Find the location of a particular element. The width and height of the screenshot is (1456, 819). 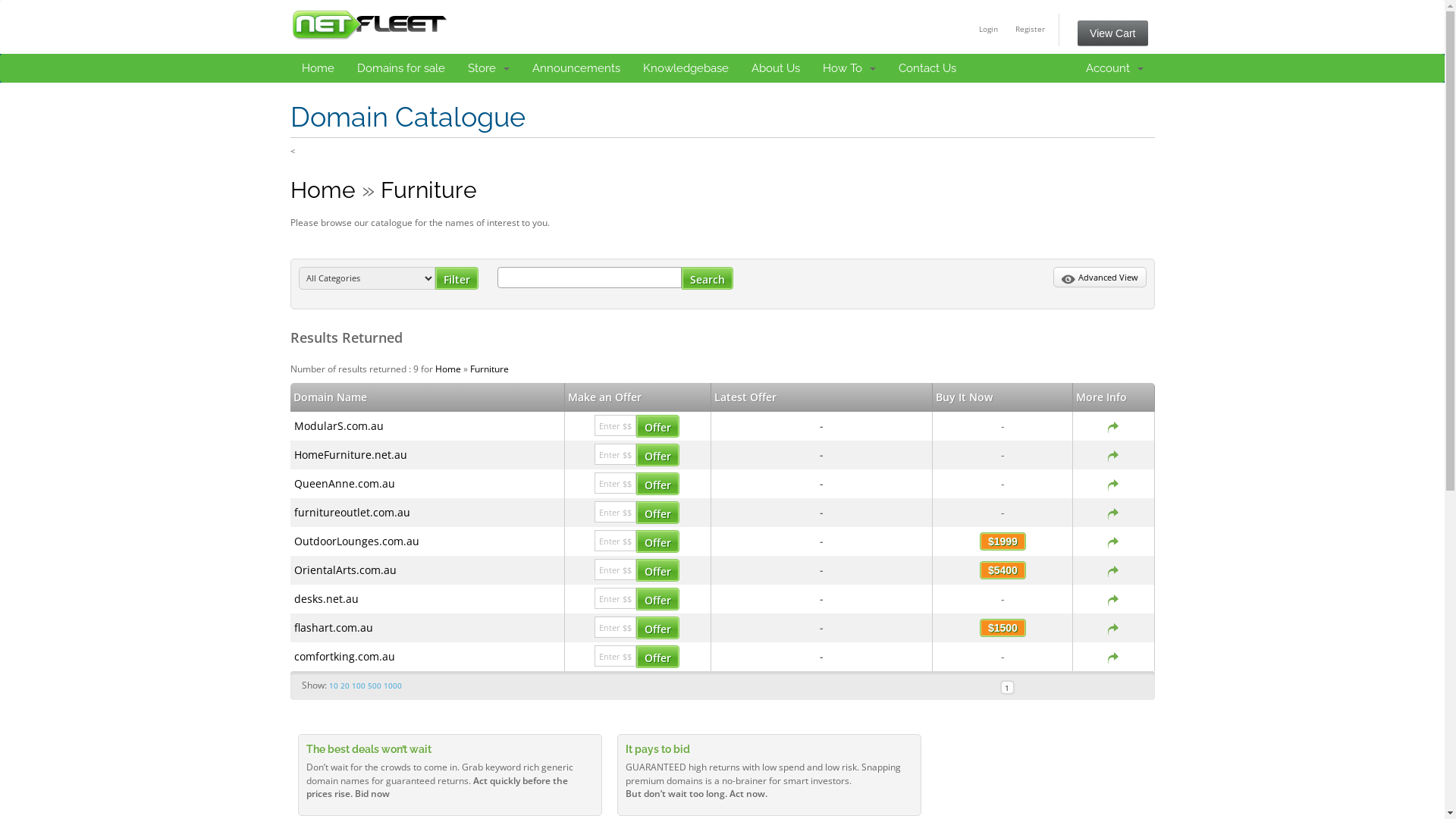

'Announcements' is located at coordinates (574, 67).